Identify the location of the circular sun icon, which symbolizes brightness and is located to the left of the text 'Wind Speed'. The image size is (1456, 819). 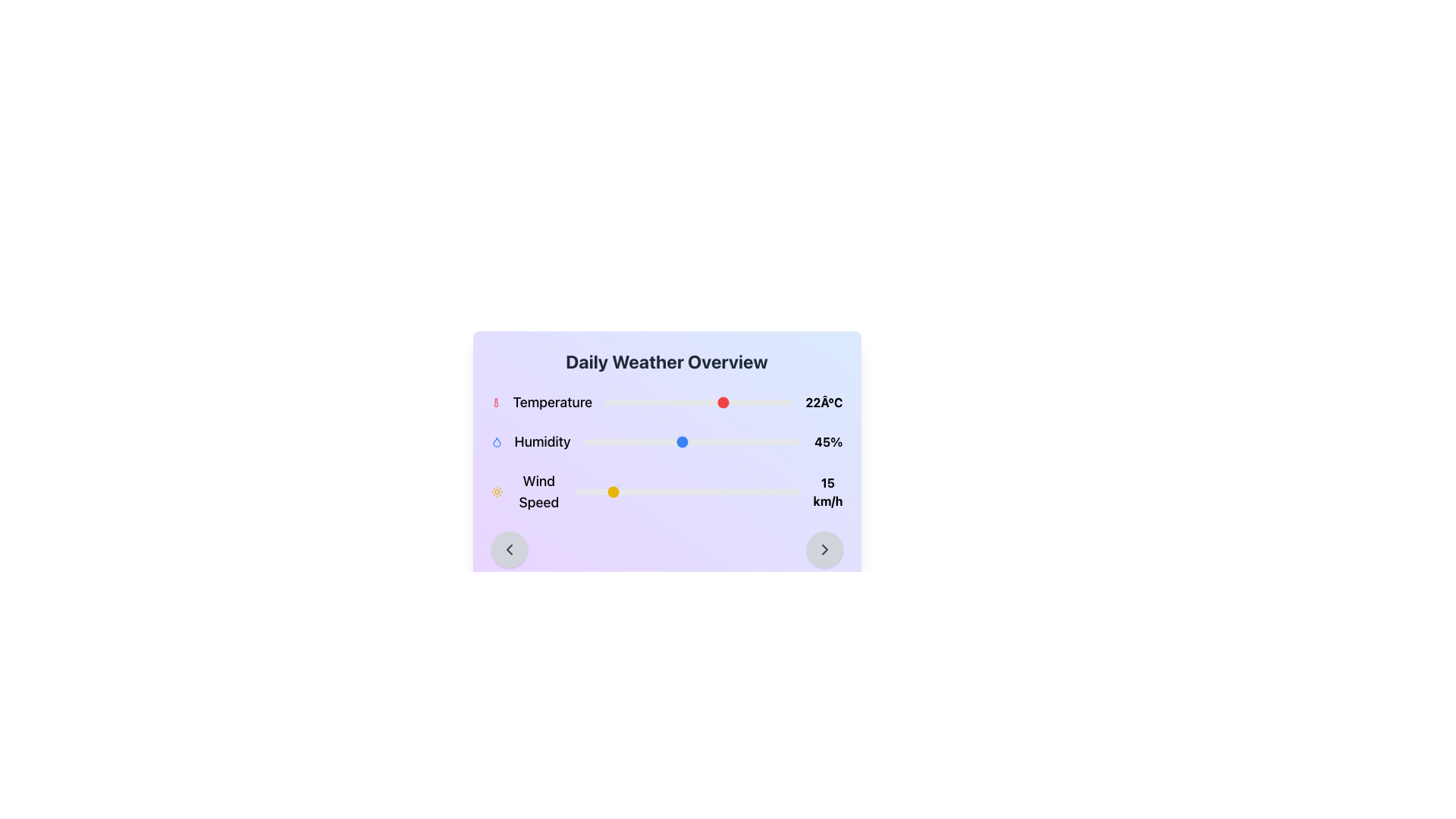
(497, 491).